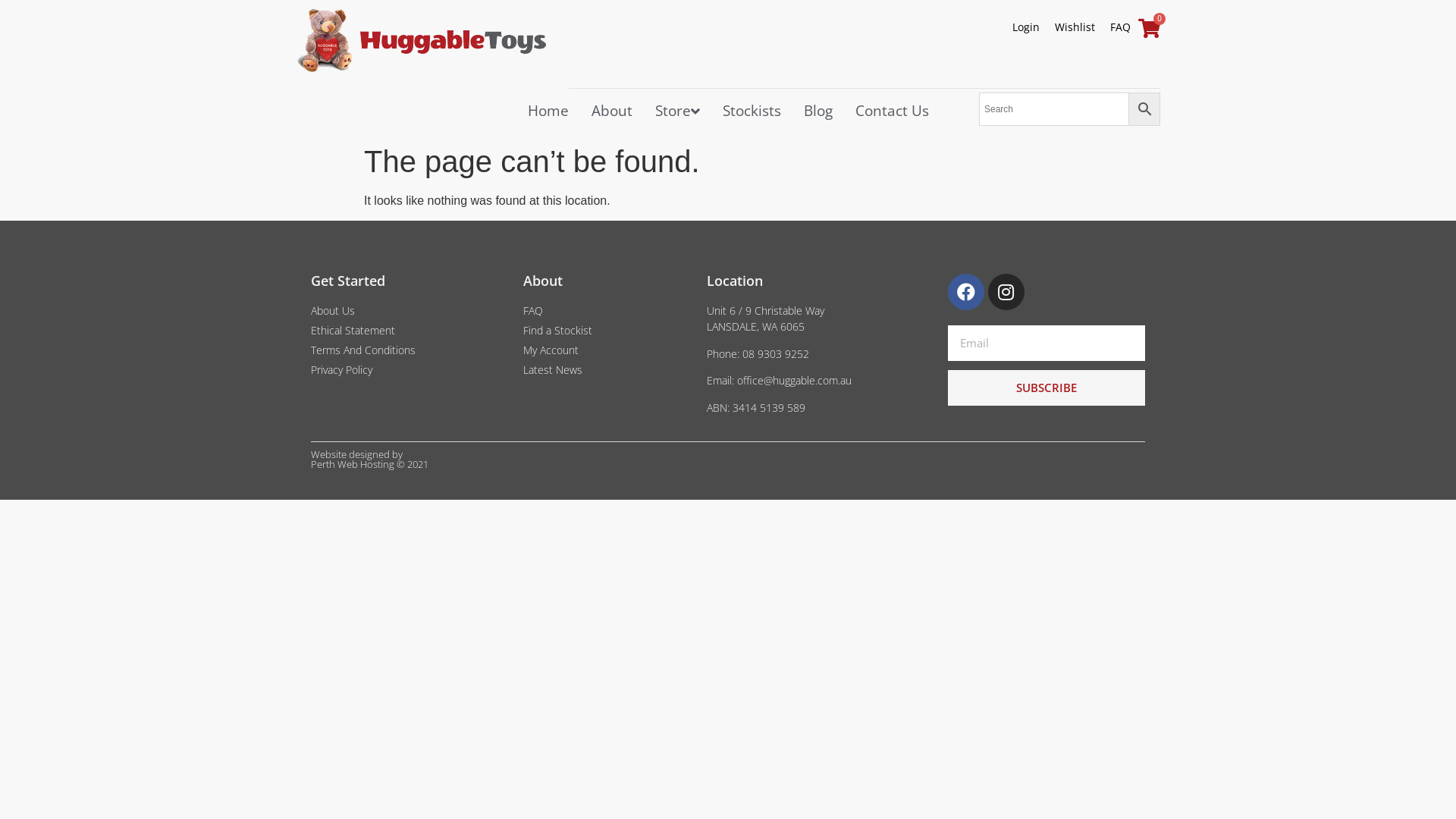 The image size is (1456, 819). Describe the element at coordinates (817, 110) in the screenshot. I see `'Blog'` at that location.